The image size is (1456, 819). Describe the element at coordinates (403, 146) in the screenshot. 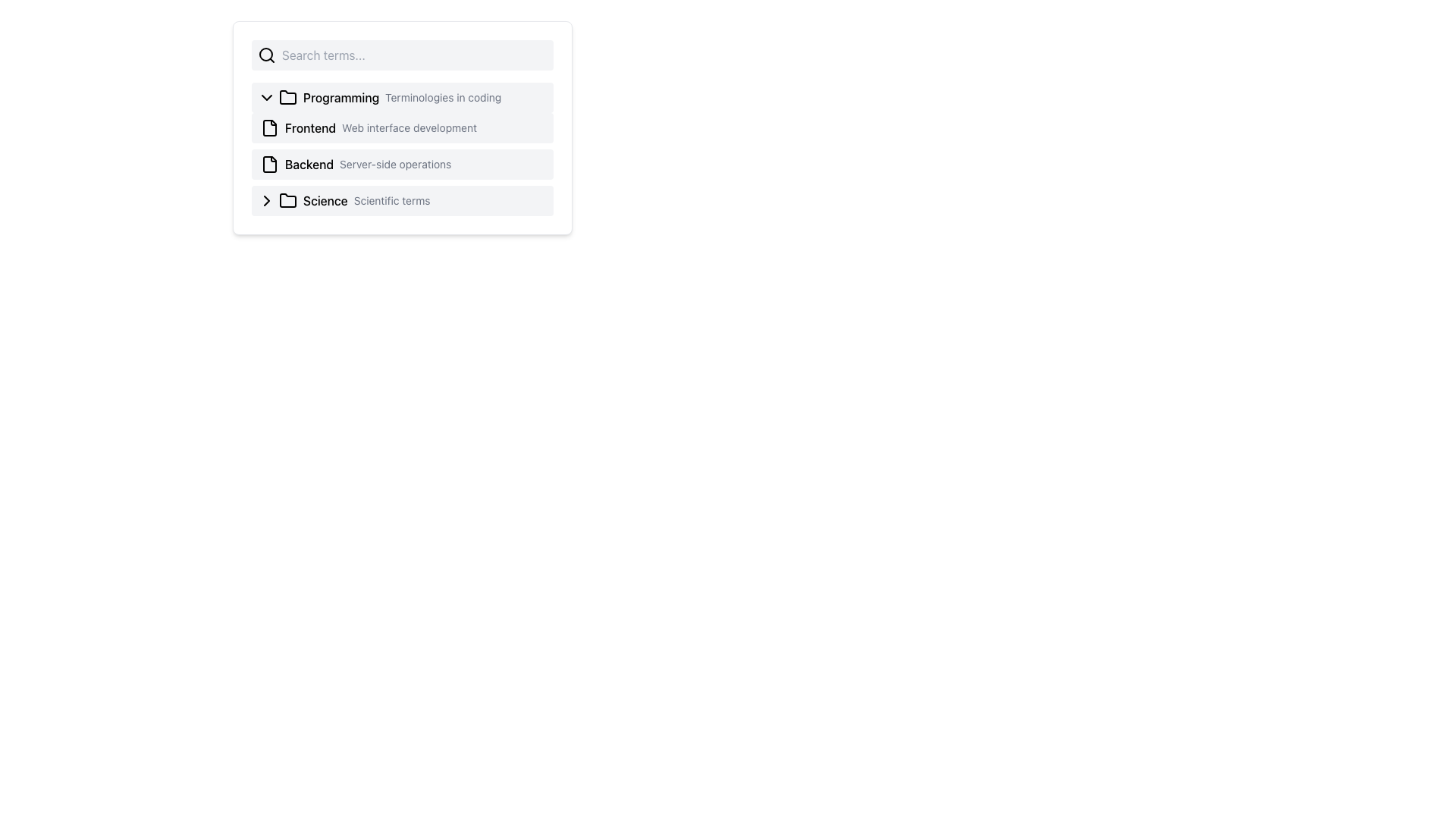

I see `the textual block titled 'Frontend Web interface development' and 'Backend Server-side operations' within the section 'Programming Terminologies in coding'` at that location.